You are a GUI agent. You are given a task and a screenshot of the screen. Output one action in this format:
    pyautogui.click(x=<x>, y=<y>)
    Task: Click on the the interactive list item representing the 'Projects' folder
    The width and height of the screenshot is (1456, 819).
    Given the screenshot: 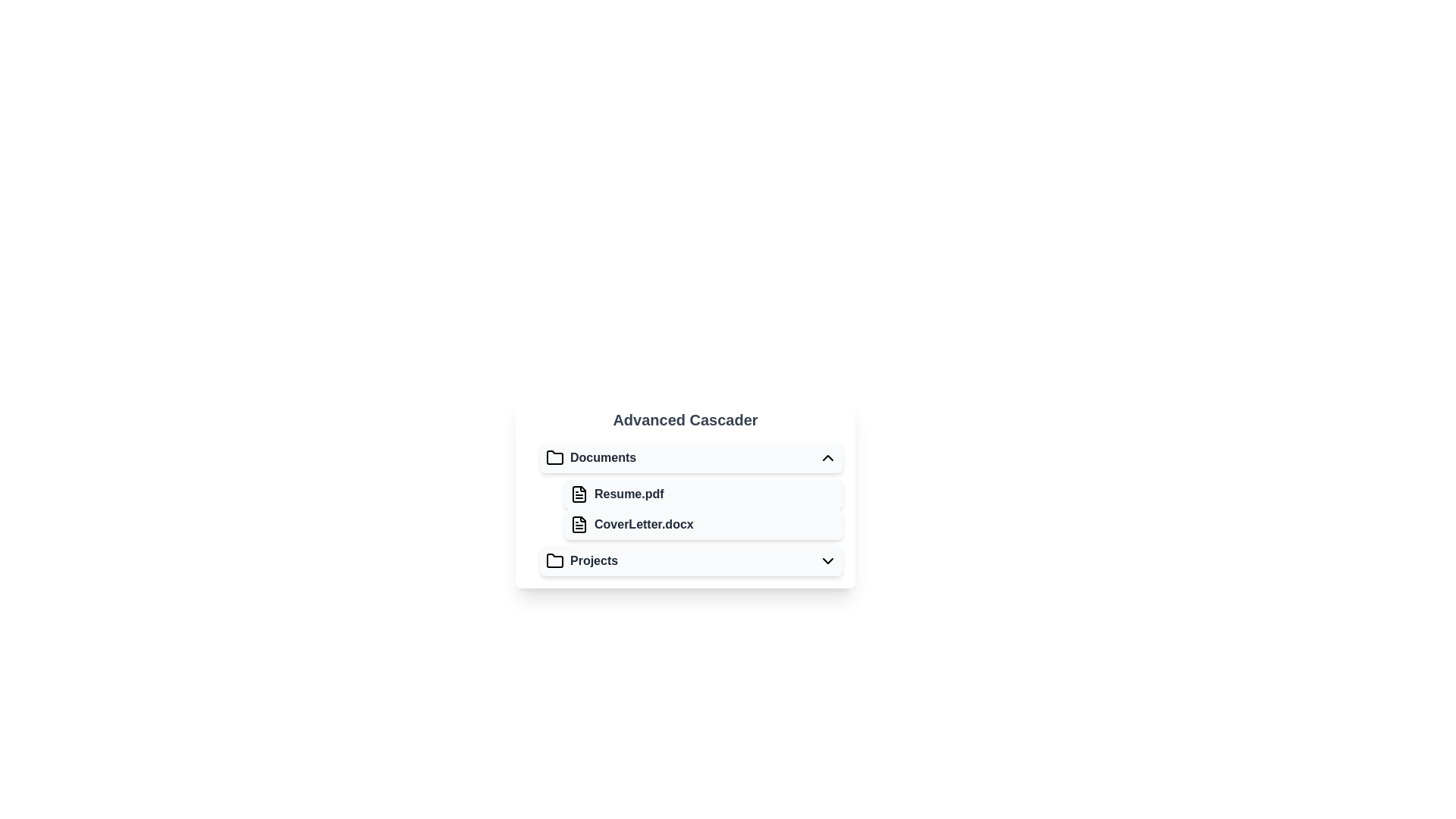 What is the action you would take?
    pyautogui.click(x=684, y=561)
    